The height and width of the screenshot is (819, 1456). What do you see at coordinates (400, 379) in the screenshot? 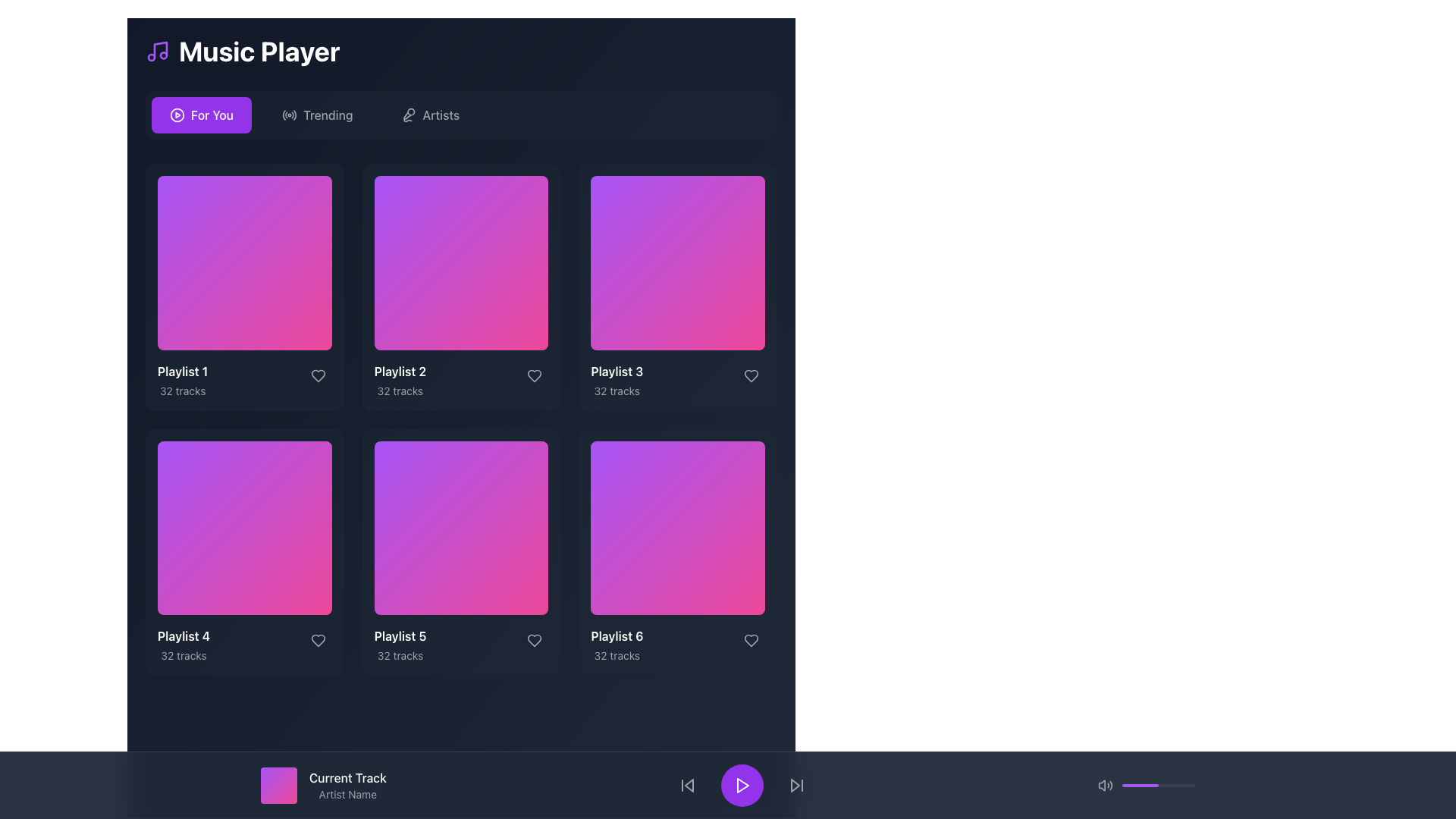
I see `the Text component that displays the title and number of tracks of the second playlist card in the grid layout` at bounding box center [400, 379].